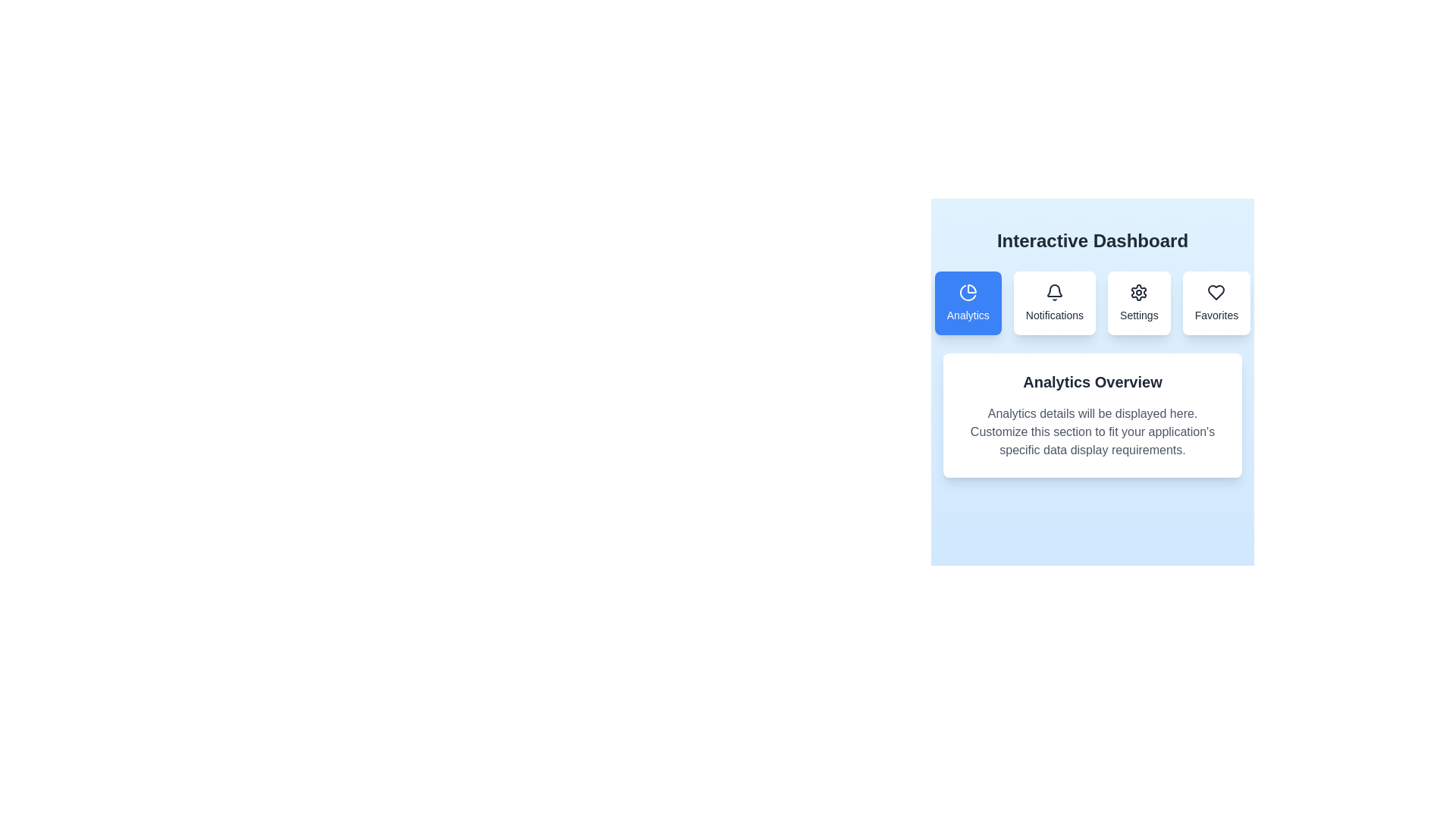 This screenshot has height=819, width=1456. What do you see at coordinates (1216, 315) in the screenshot?
I see `text label for the 'Favorites' button located beneath the heart icon, which is the last button in a horizontal row of buttons` at bounding box center [1216, 315].